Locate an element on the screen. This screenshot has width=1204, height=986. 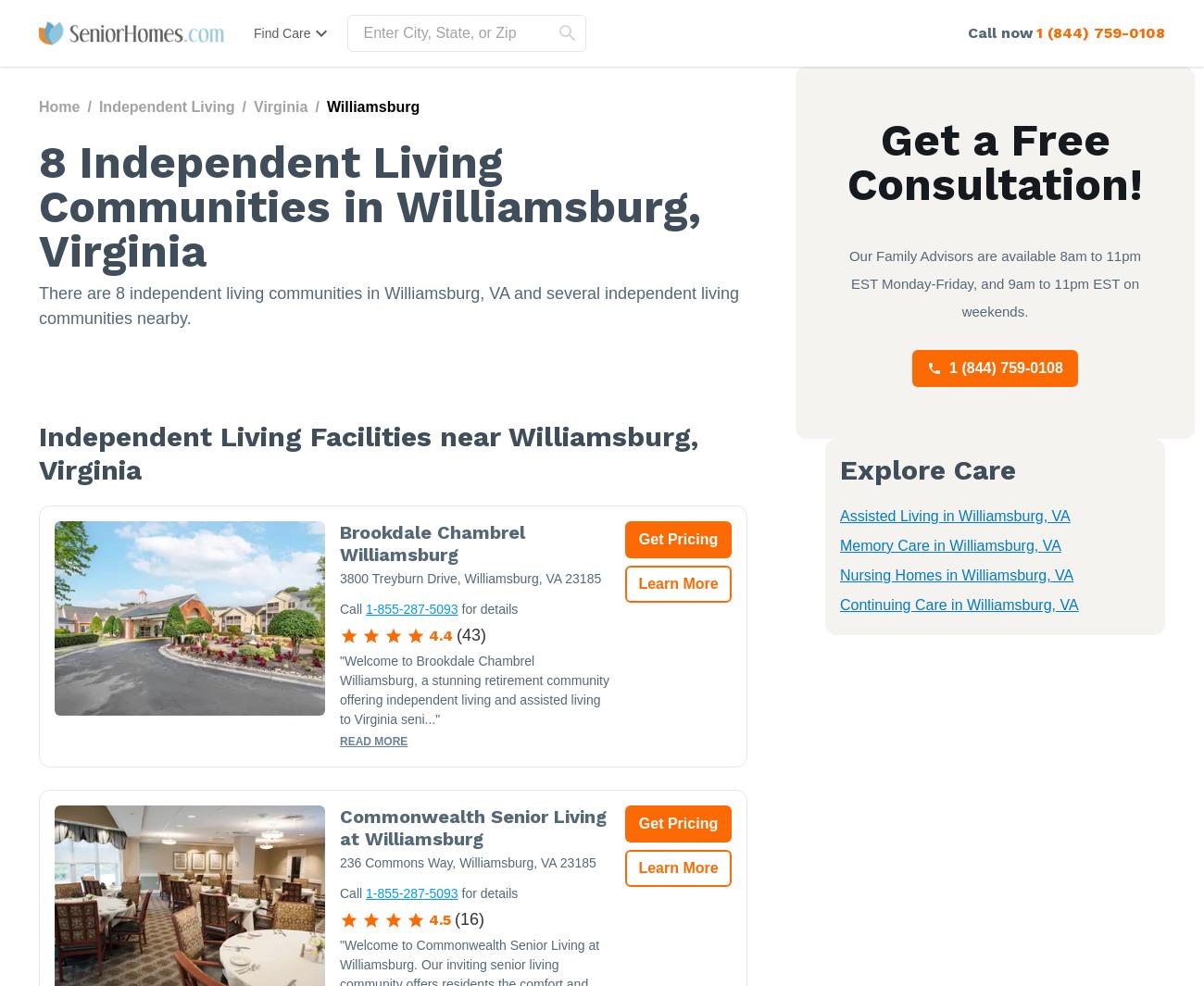
'READ MORE' is located at coordinates (373, 741).